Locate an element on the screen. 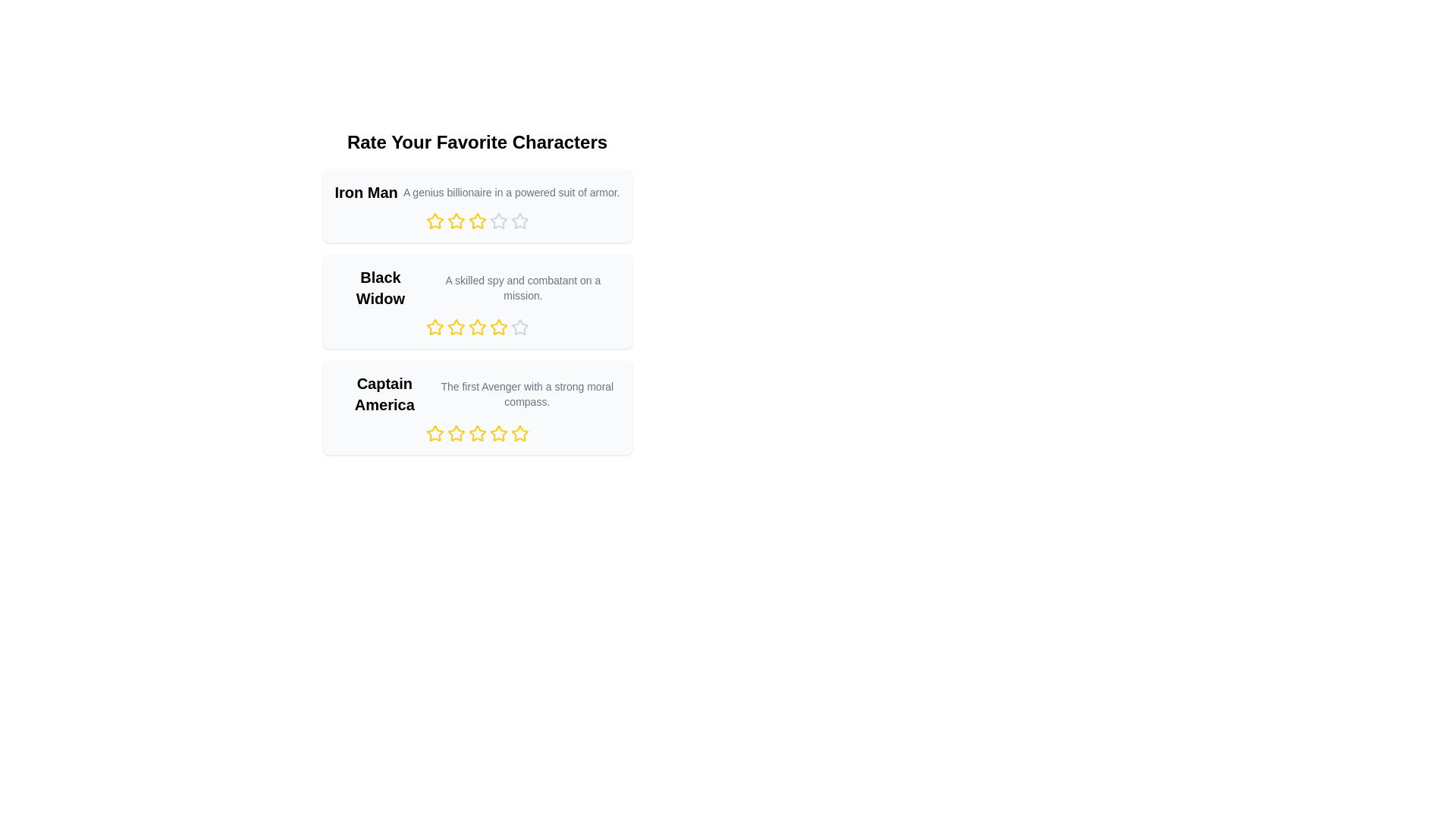 The width and height of the screenshot is (1456, 819). the Text block that provides the name and a short description of the character 'Iron Man', which is the first element among three character descriptions in the interface is located at coordinates (476, 192).